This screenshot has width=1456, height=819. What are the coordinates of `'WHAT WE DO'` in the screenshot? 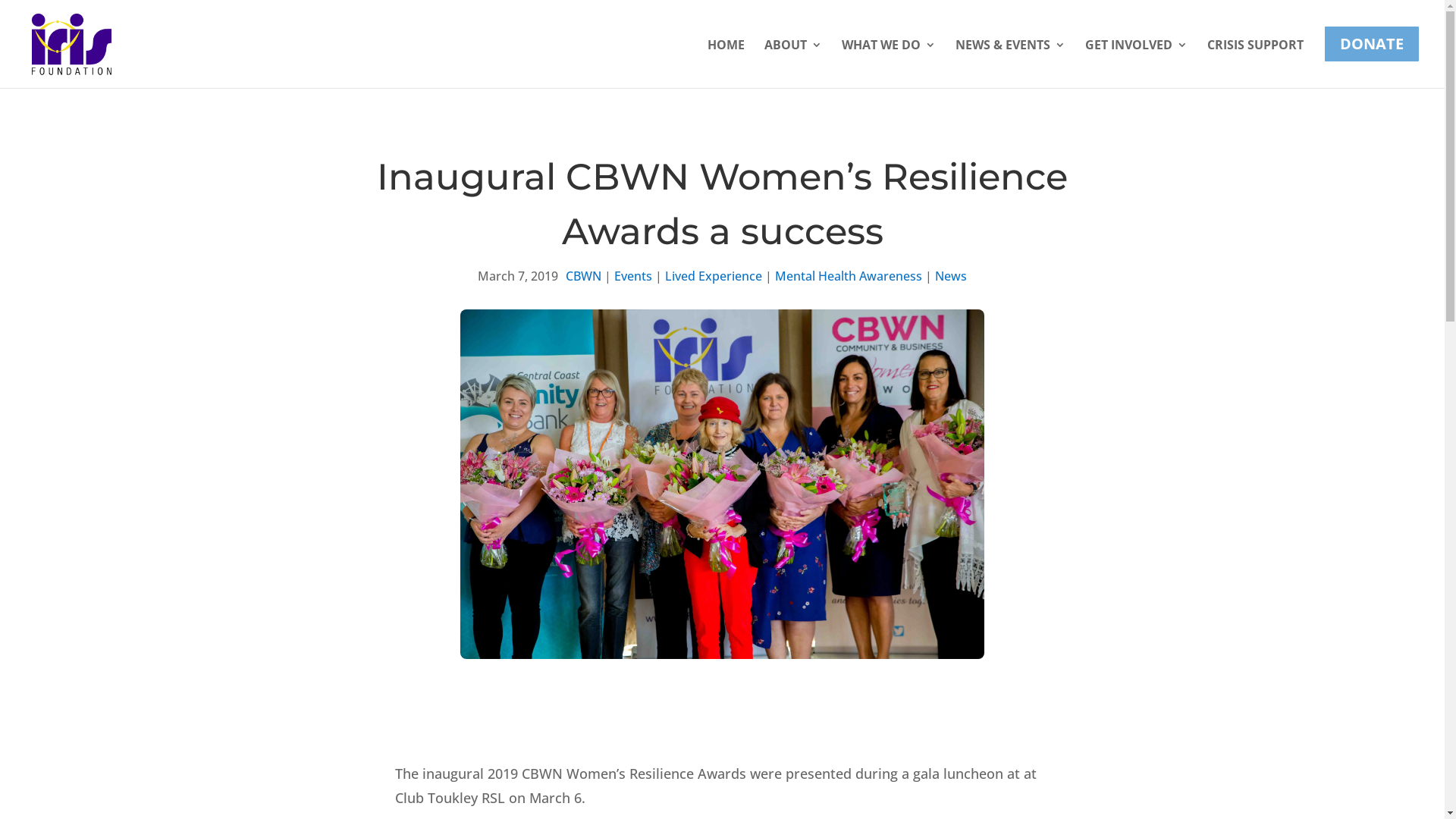 It's located at (888, 56).